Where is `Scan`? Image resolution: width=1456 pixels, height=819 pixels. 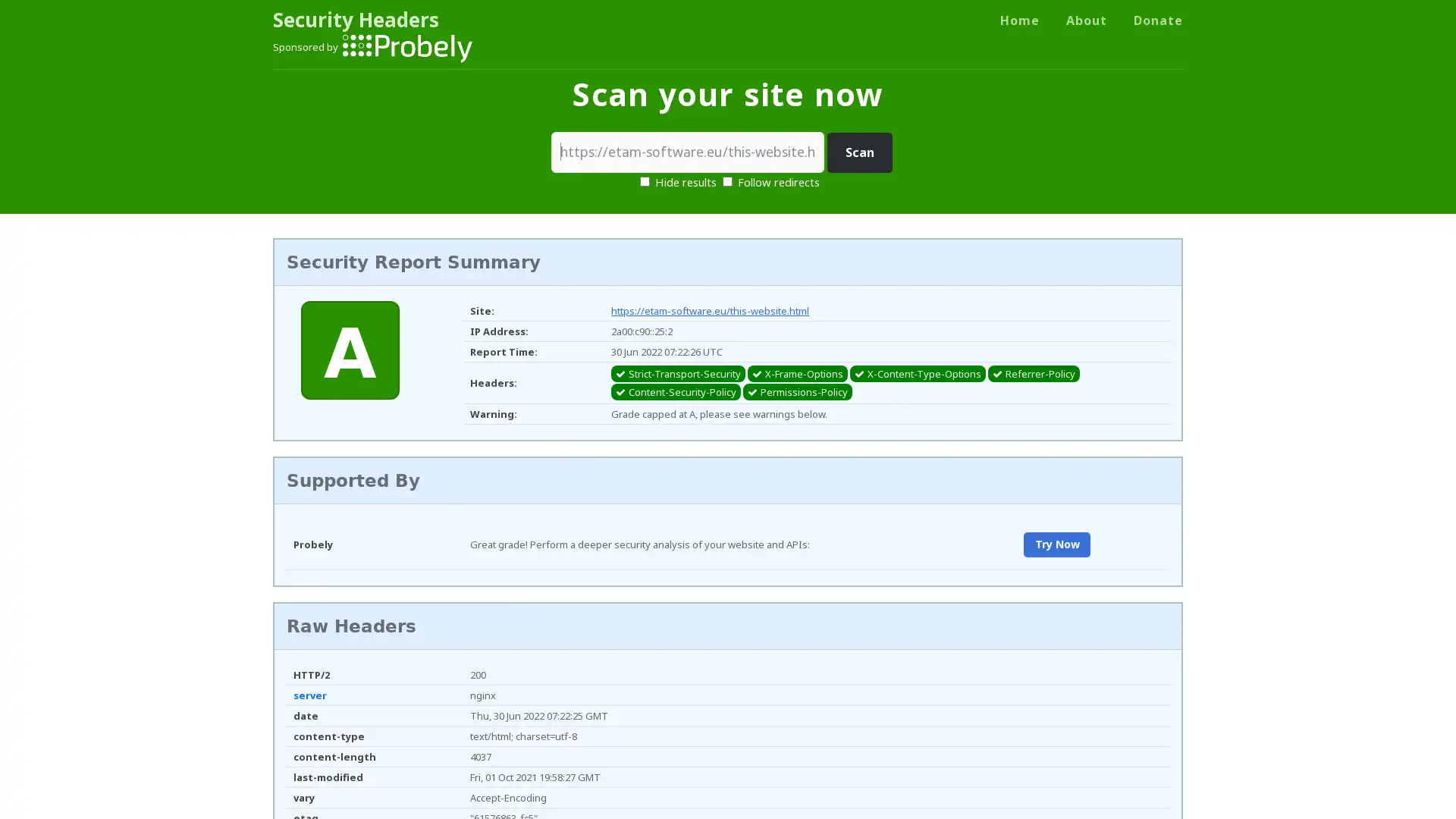
Scan is located at coordinates (859, 152).